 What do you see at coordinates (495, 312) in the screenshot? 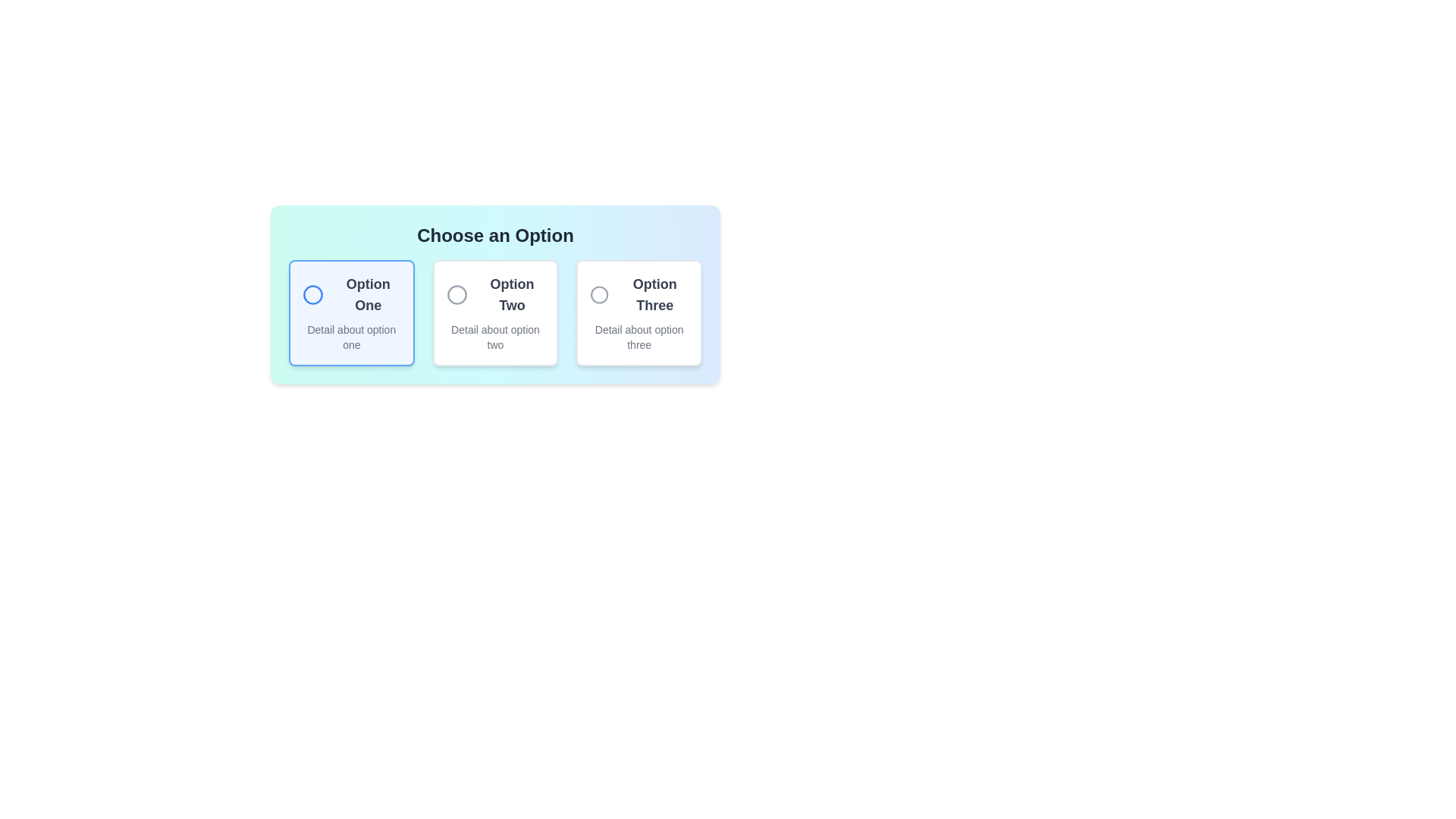
I see `the 'Option Two' selectable card` at bounding box center [495, 312].